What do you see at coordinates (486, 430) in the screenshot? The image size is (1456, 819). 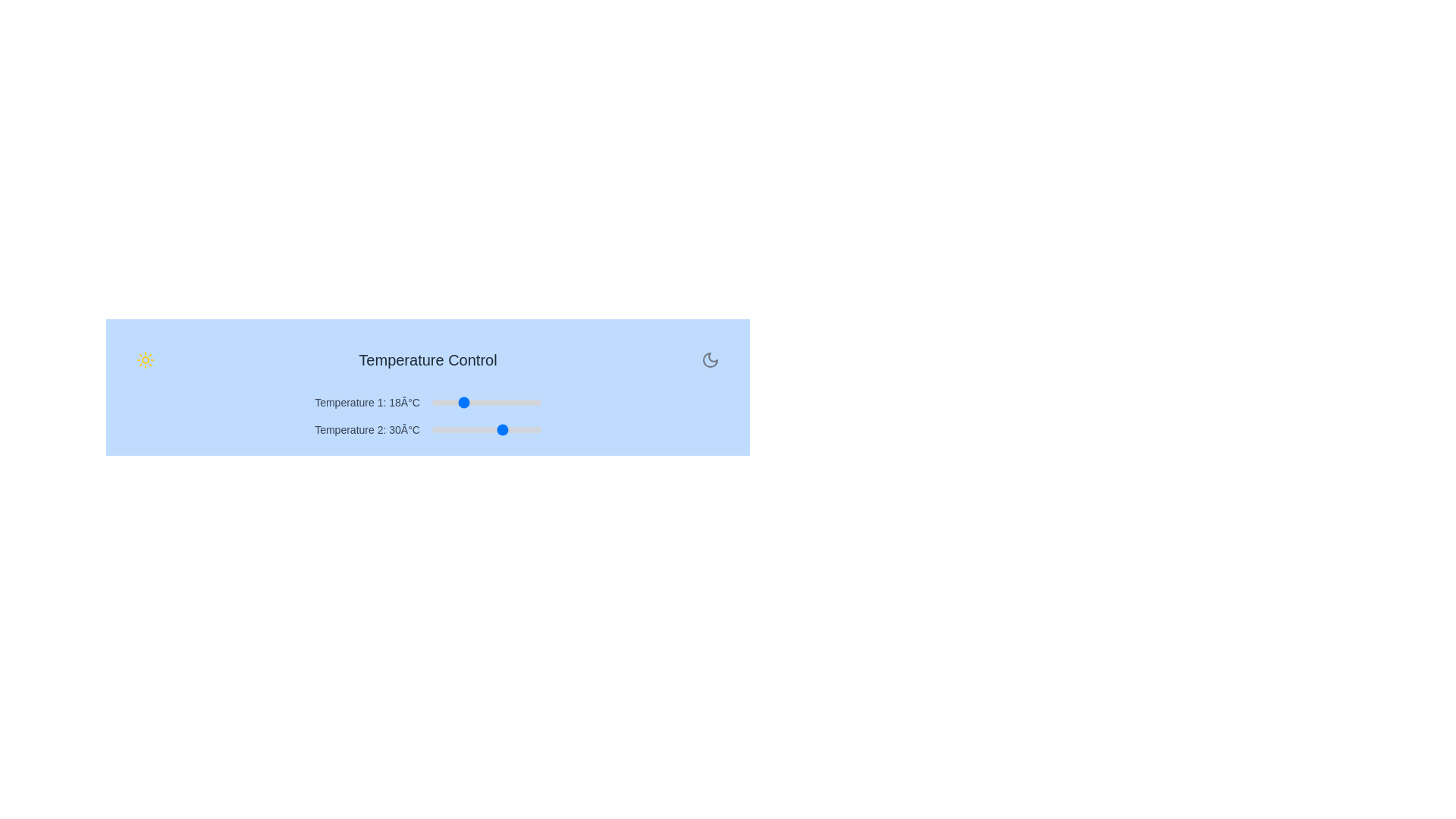 I see `the range slider bar associated with 'Temperature 2: 30°C' to move the knob for adjusting the temperature setting` at bounding box center [486, 430].